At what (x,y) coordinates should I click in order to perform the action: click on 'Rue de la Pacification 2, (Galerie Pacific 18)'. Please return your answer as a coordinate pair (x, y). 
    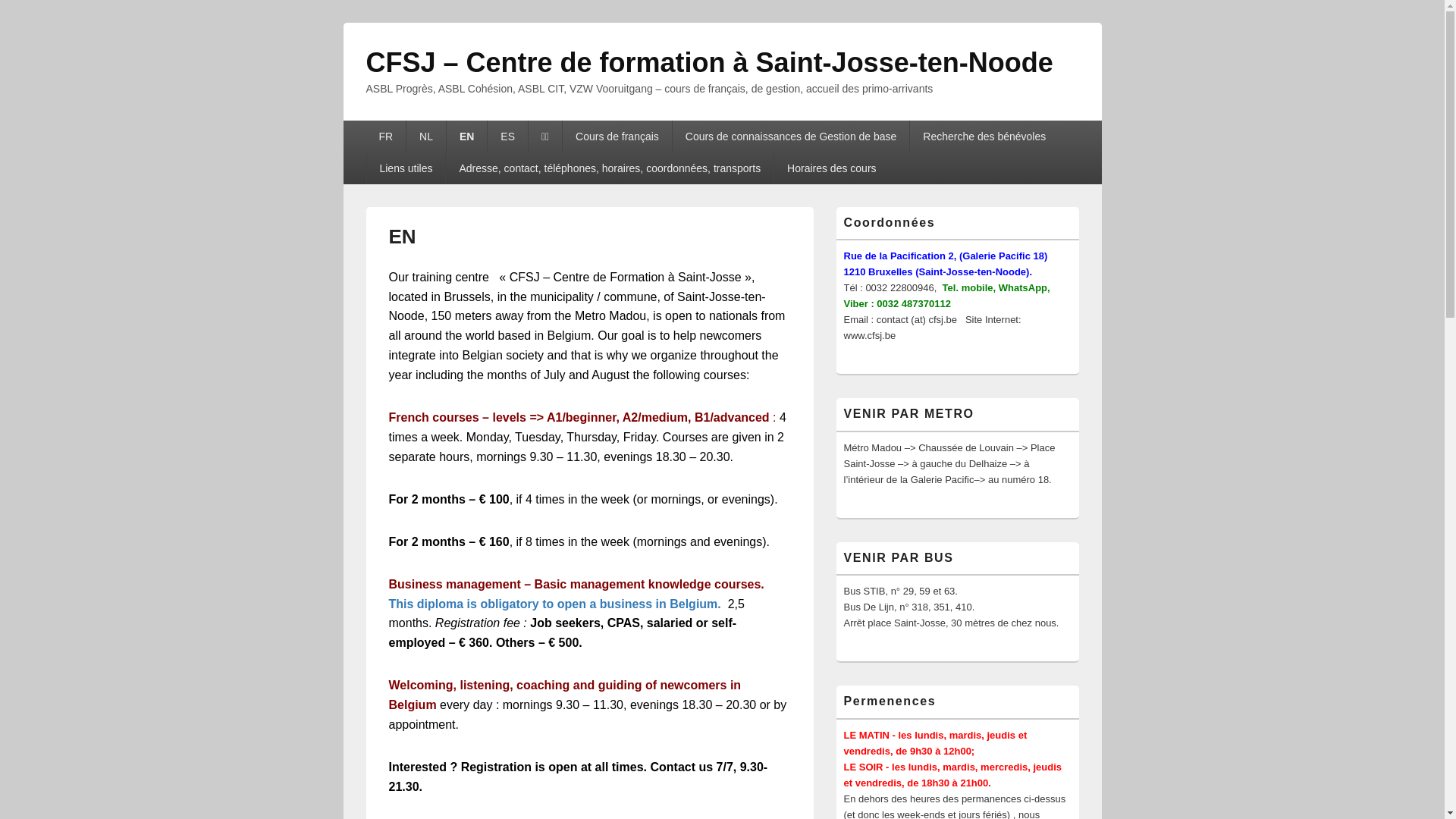
    Looking at the image, I should click on (944, 255).